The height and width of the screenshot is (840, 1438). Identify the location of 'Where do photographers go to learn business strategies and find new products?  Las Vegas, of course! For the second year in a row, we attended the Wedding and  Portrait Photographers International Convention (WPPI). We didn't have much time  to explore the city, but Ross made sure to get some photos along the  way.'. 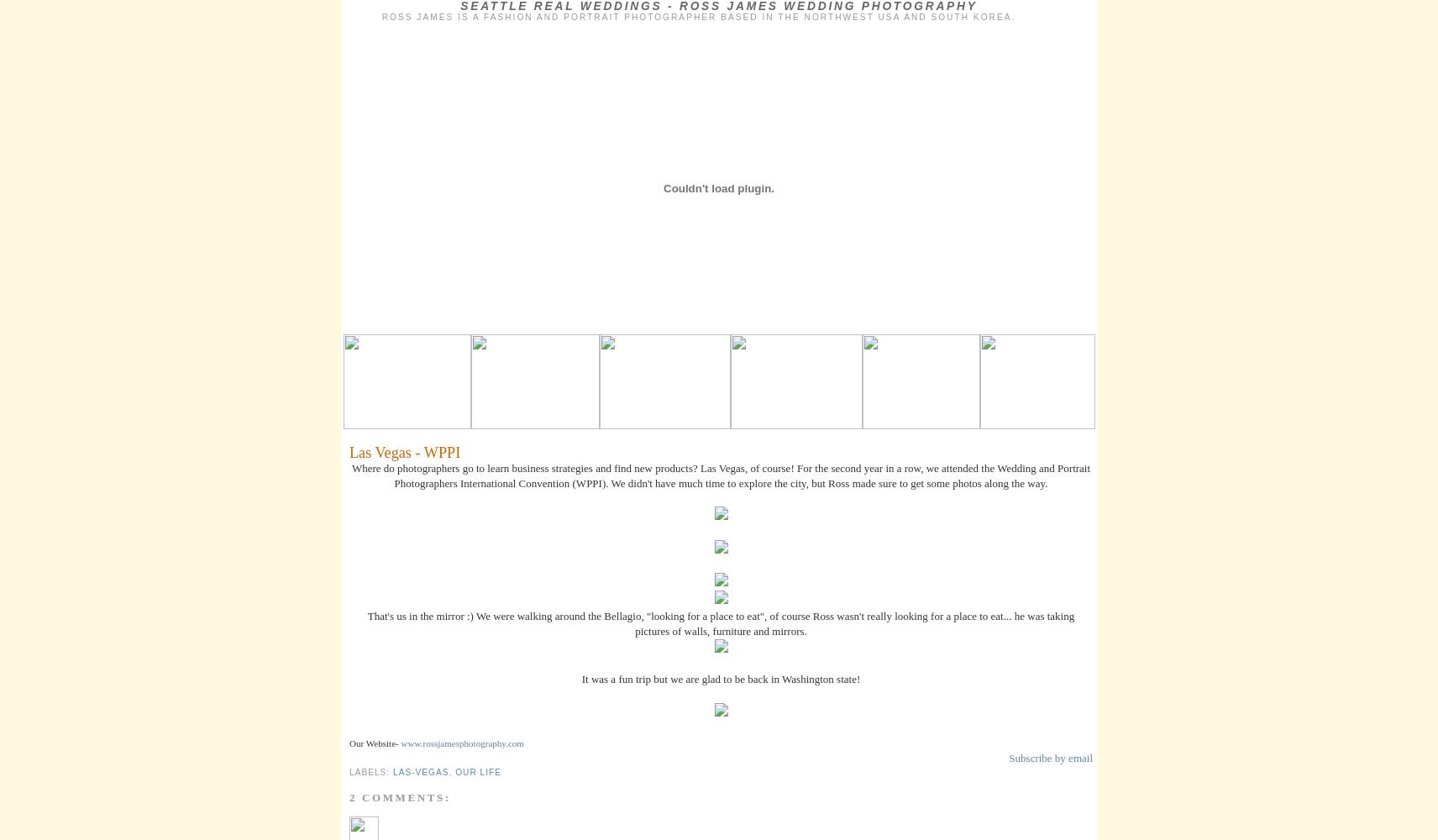
(720, 475).